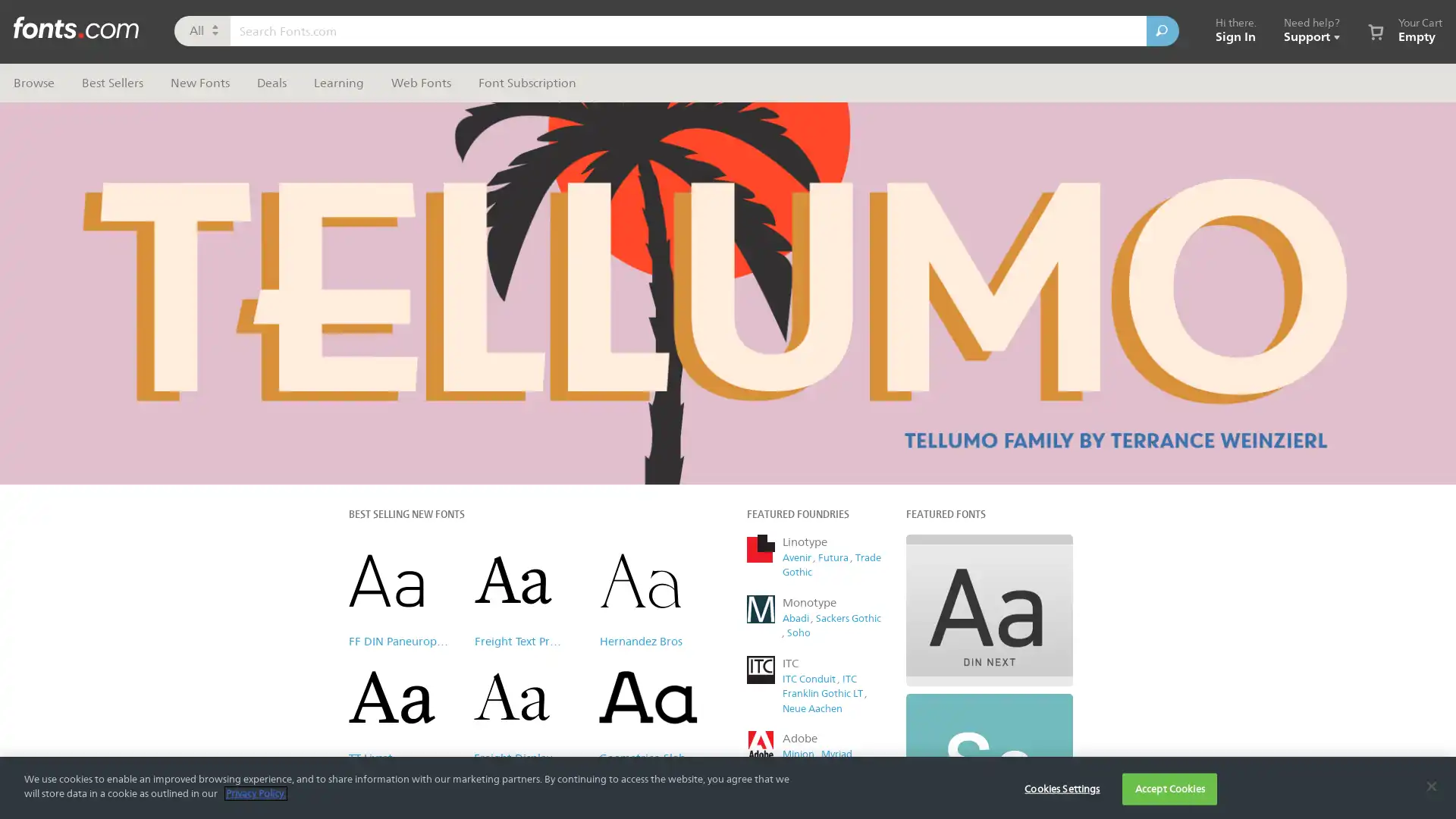 The image size is (1456, 819). I want to click on Close, so click(1012, 109).